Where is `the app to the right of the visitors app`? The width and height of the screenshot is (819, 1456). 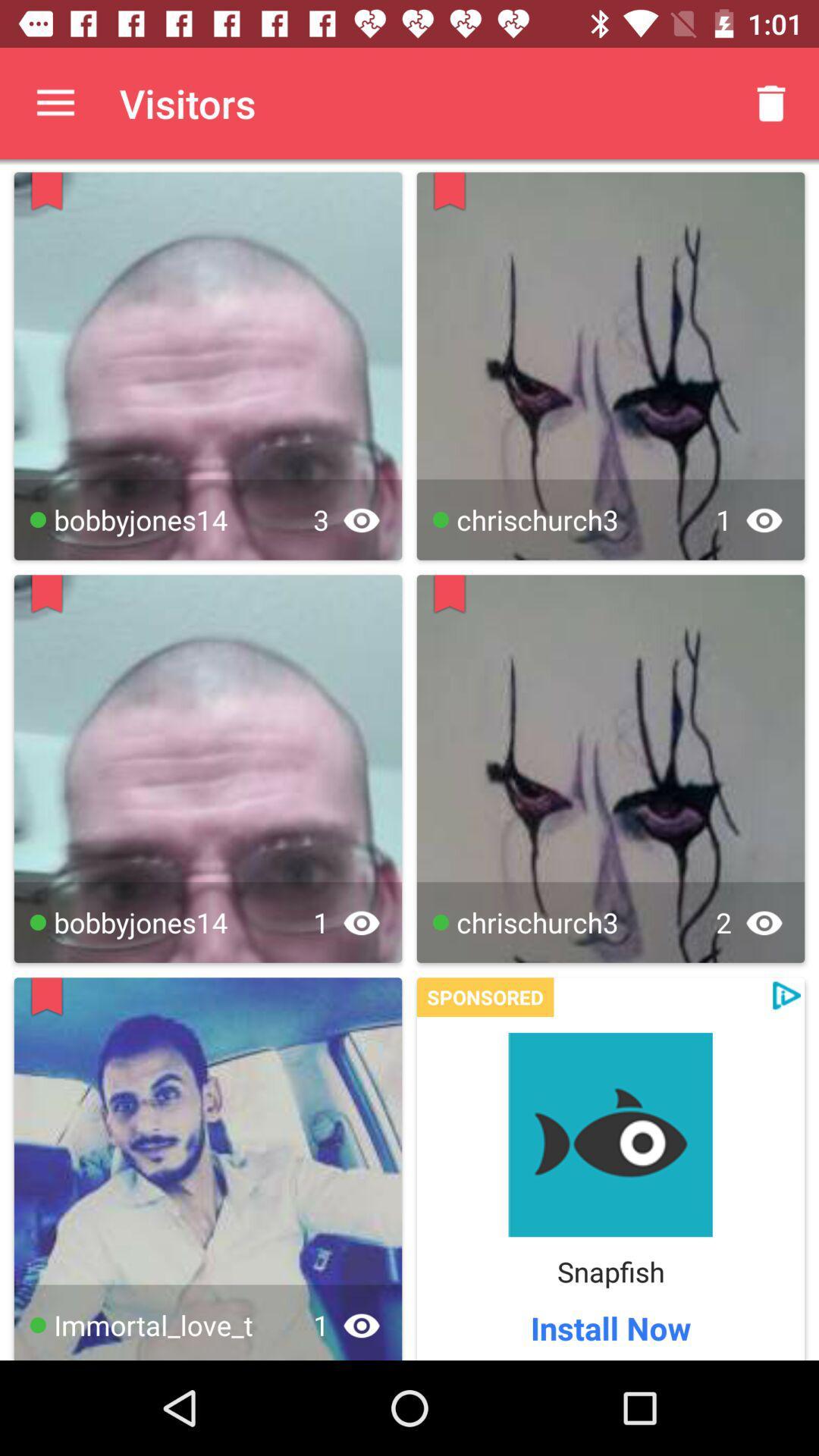
the app to the right of the visitors app is located at coordinates (771, 102).